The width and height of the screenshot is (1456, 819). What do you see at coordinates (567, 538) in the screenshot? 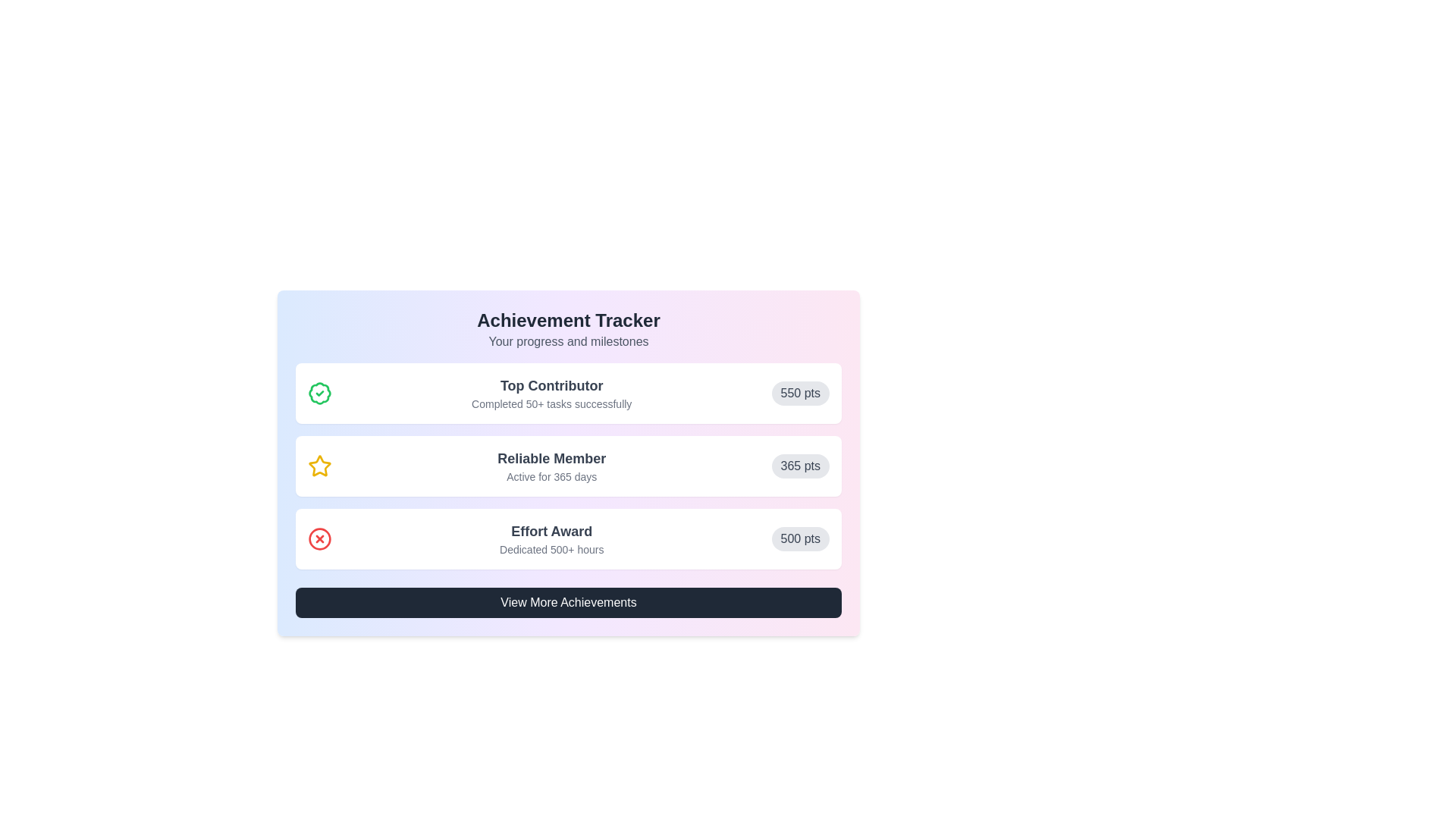
I see `the 'Effort Award' achievement item, which is the third item in the list of achievements` at bounding box center [567, 538].